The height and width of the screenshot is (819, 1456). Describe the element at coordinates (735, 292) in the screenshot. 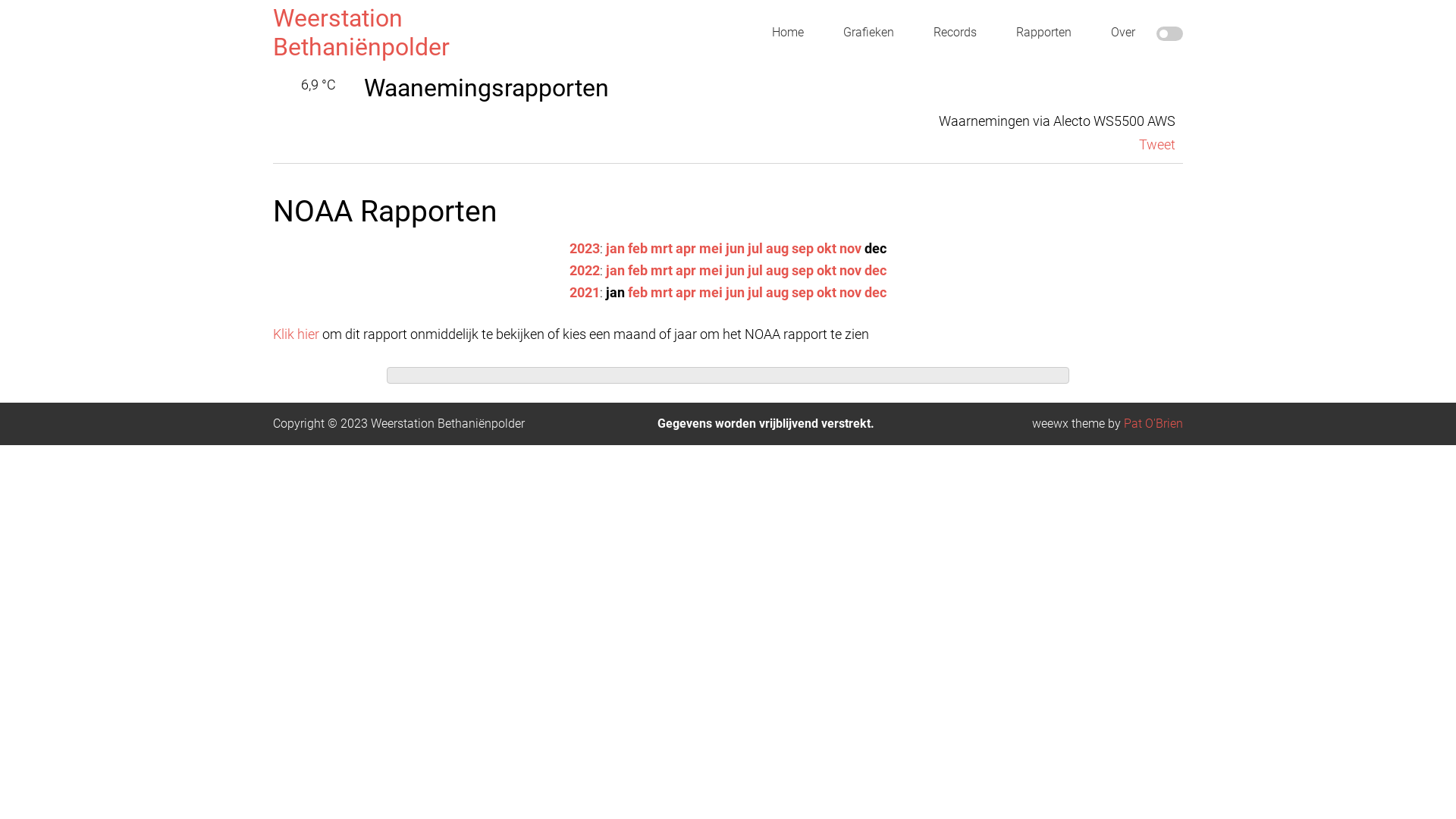

I see `'jun'` at that location.